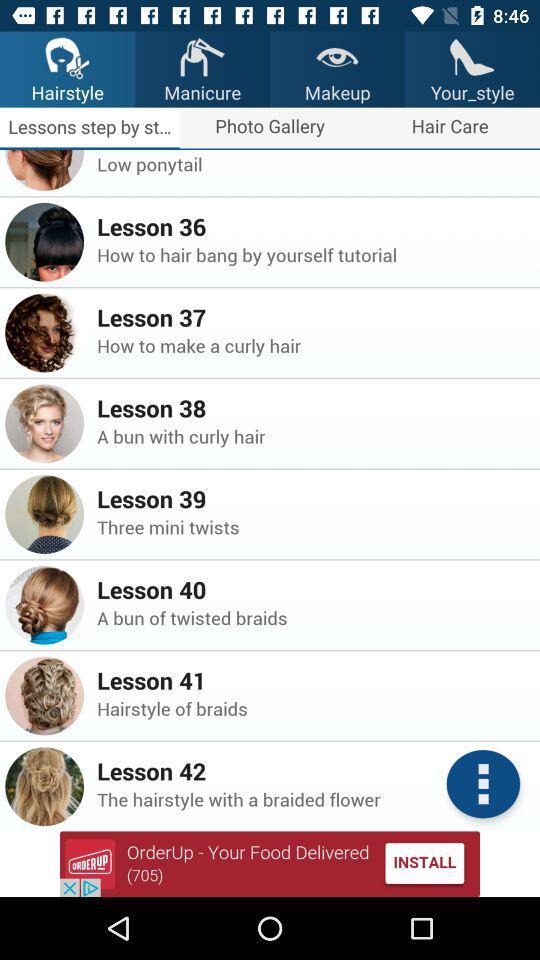 The image size is (540, 960). Describe the element at coordinates (270, 863) in the screenshot. I see `advertisement for app` at that location.